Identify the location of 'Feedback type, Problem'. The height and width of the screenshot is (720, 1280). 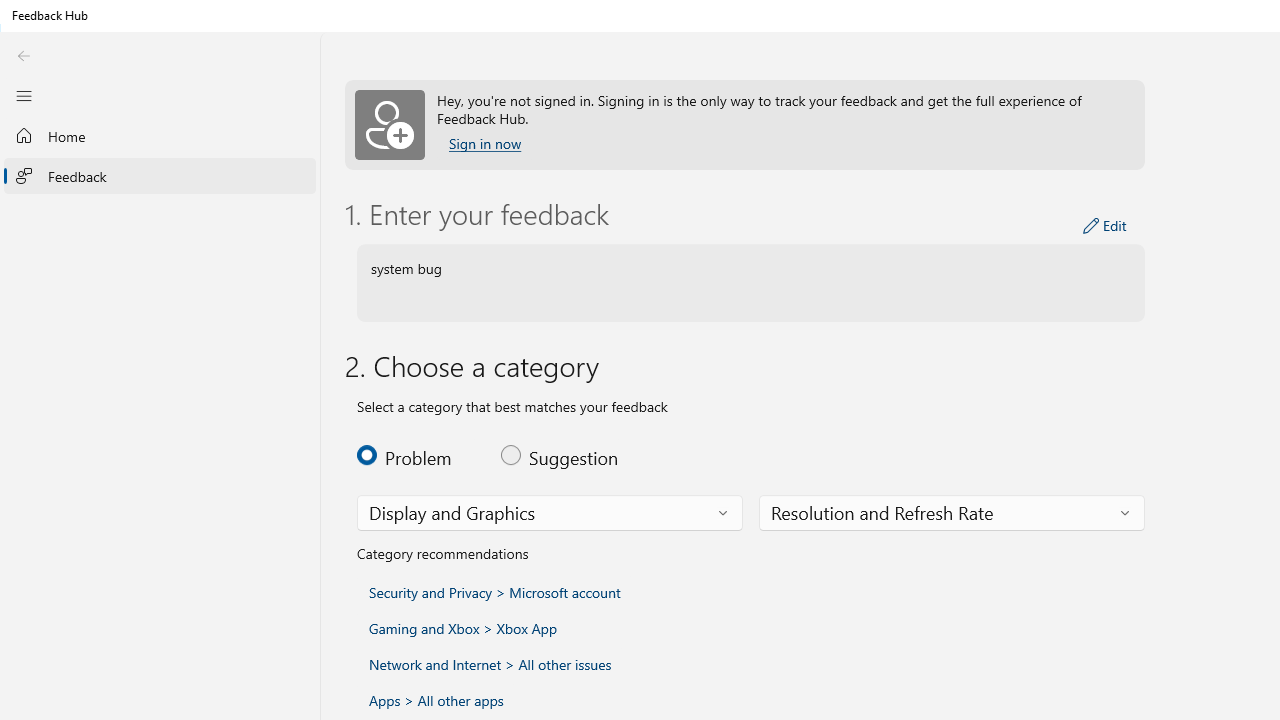
(416, 455).